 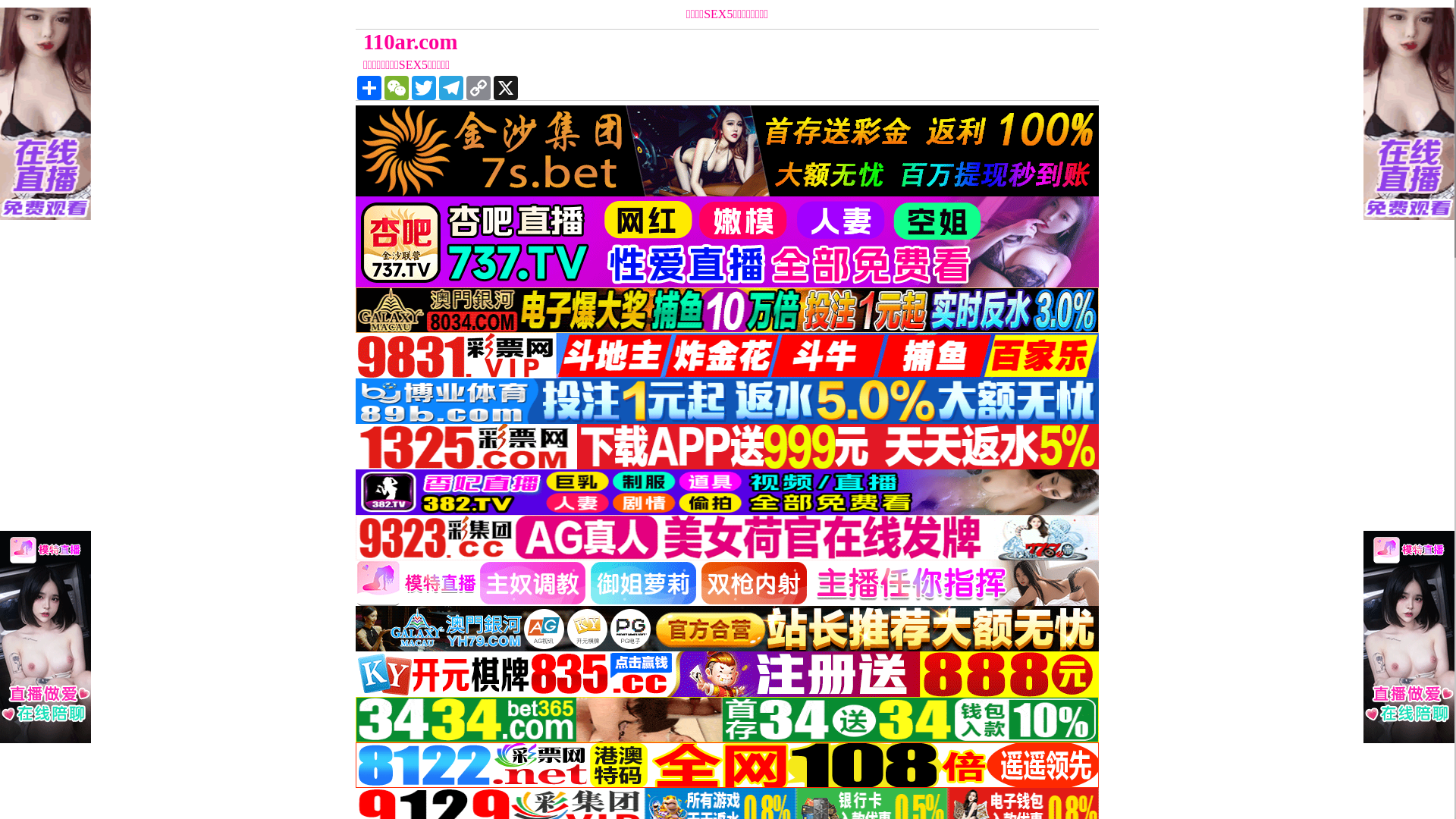 What do you see at coordinates (477, 87) in the screenshot?
I see `'Copy Link'` at bounding box center [477, 87].